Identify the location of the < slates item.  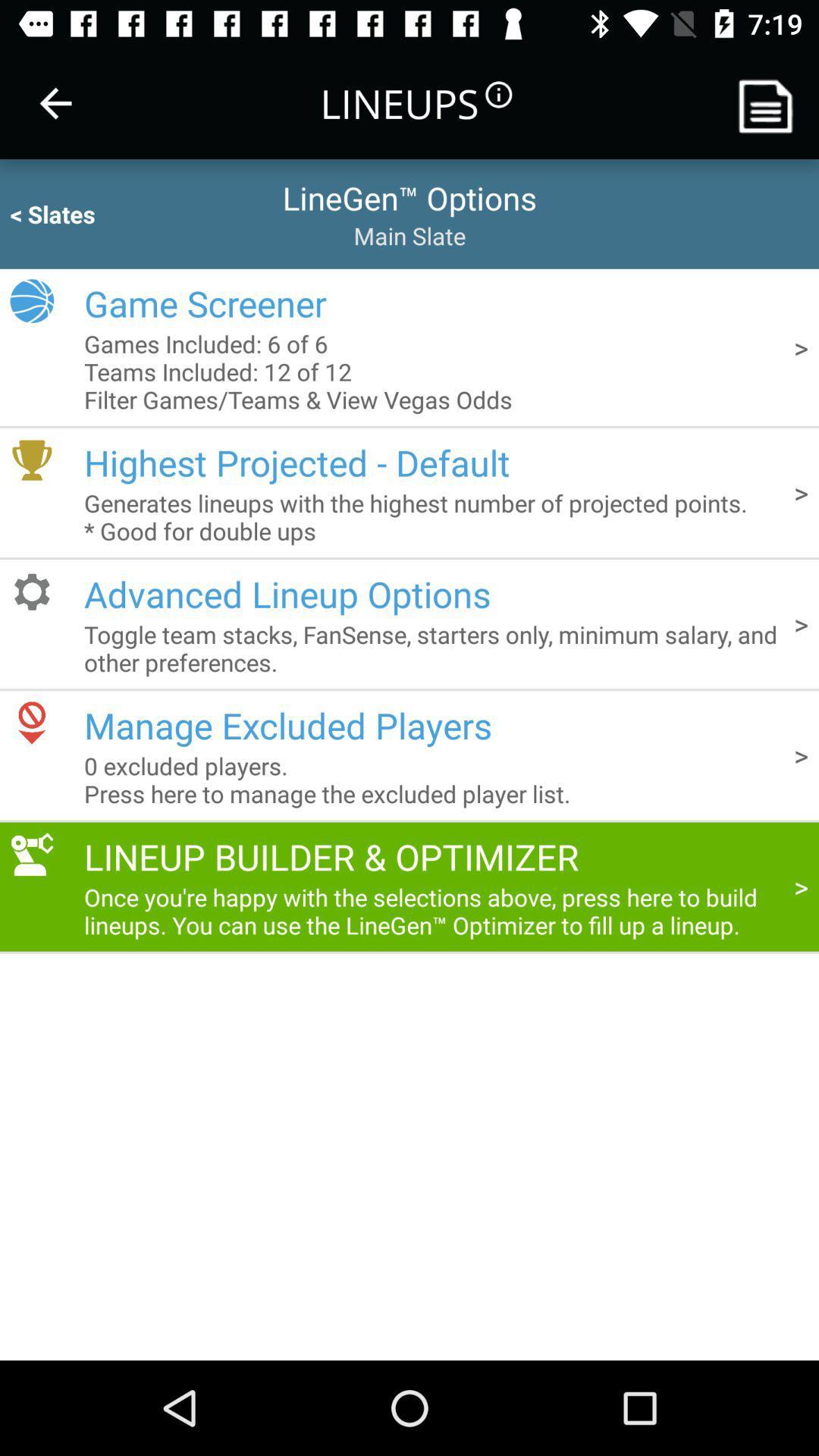
(82, 213).